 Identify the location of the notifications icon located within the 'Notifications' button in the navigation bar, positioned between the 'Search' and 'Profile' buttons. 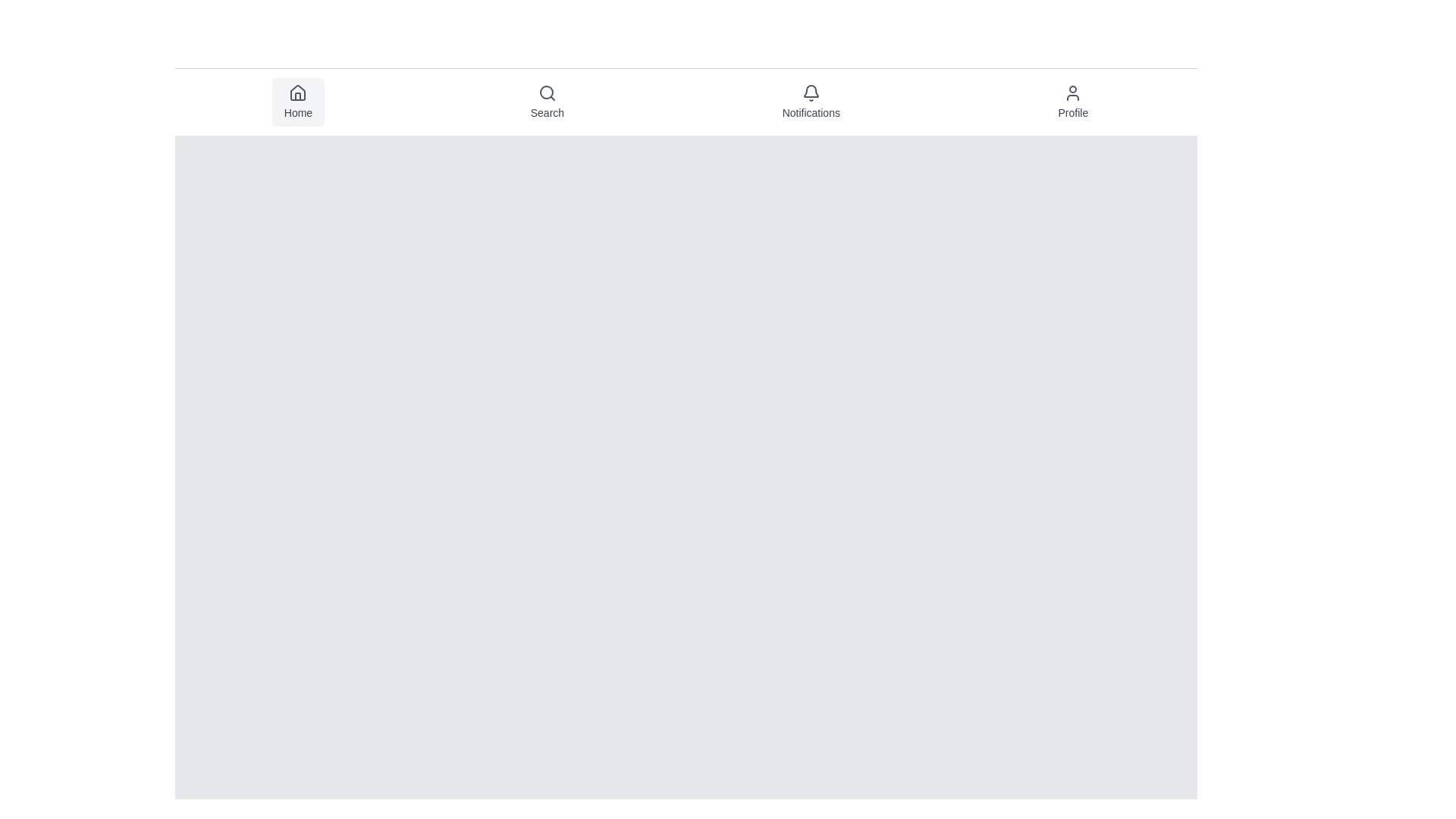
(810, 93).